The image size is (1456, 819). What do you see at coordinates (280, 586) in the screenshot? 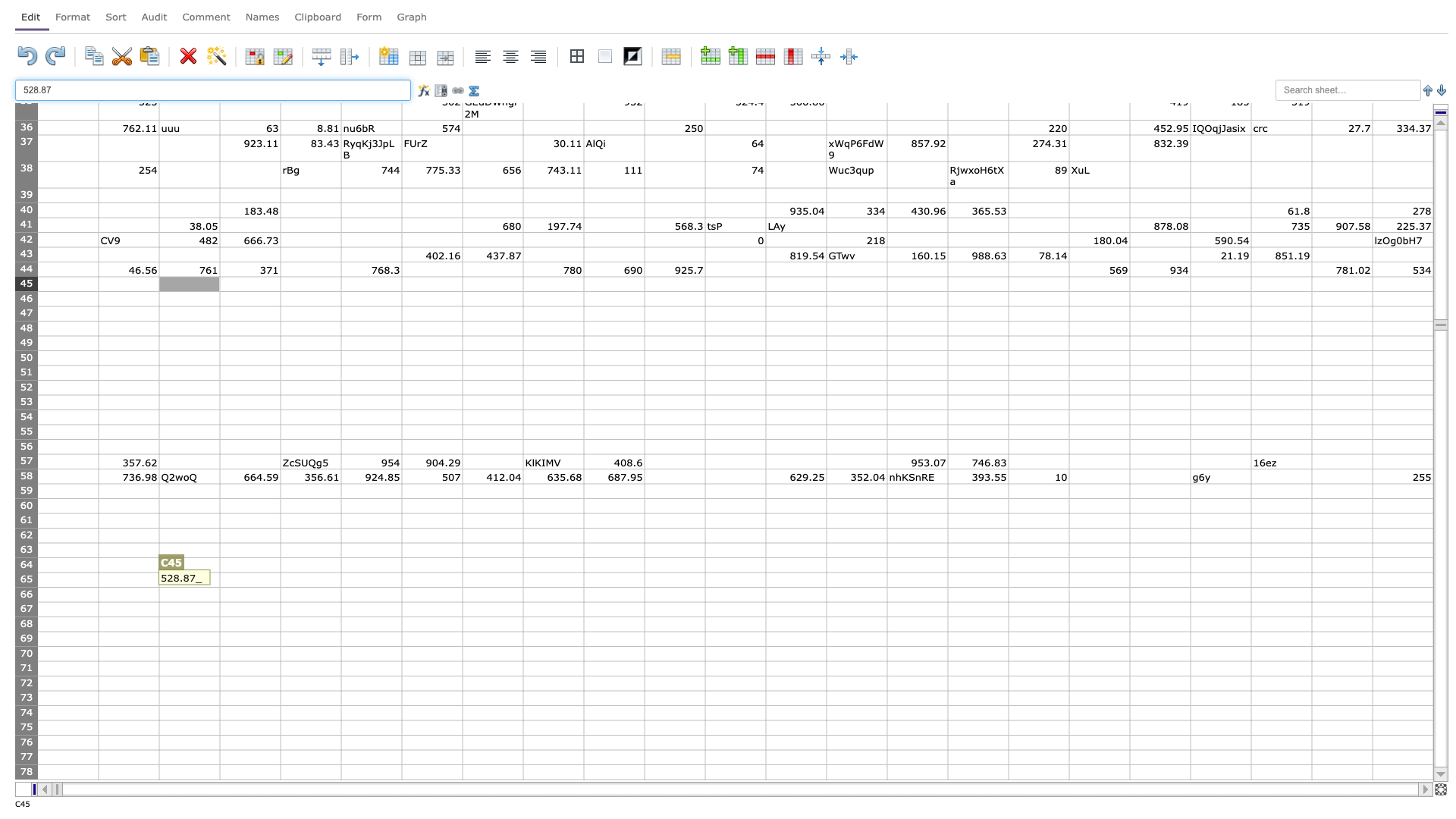
I see `fill handle point of D65` at bounding box center [280, 586].